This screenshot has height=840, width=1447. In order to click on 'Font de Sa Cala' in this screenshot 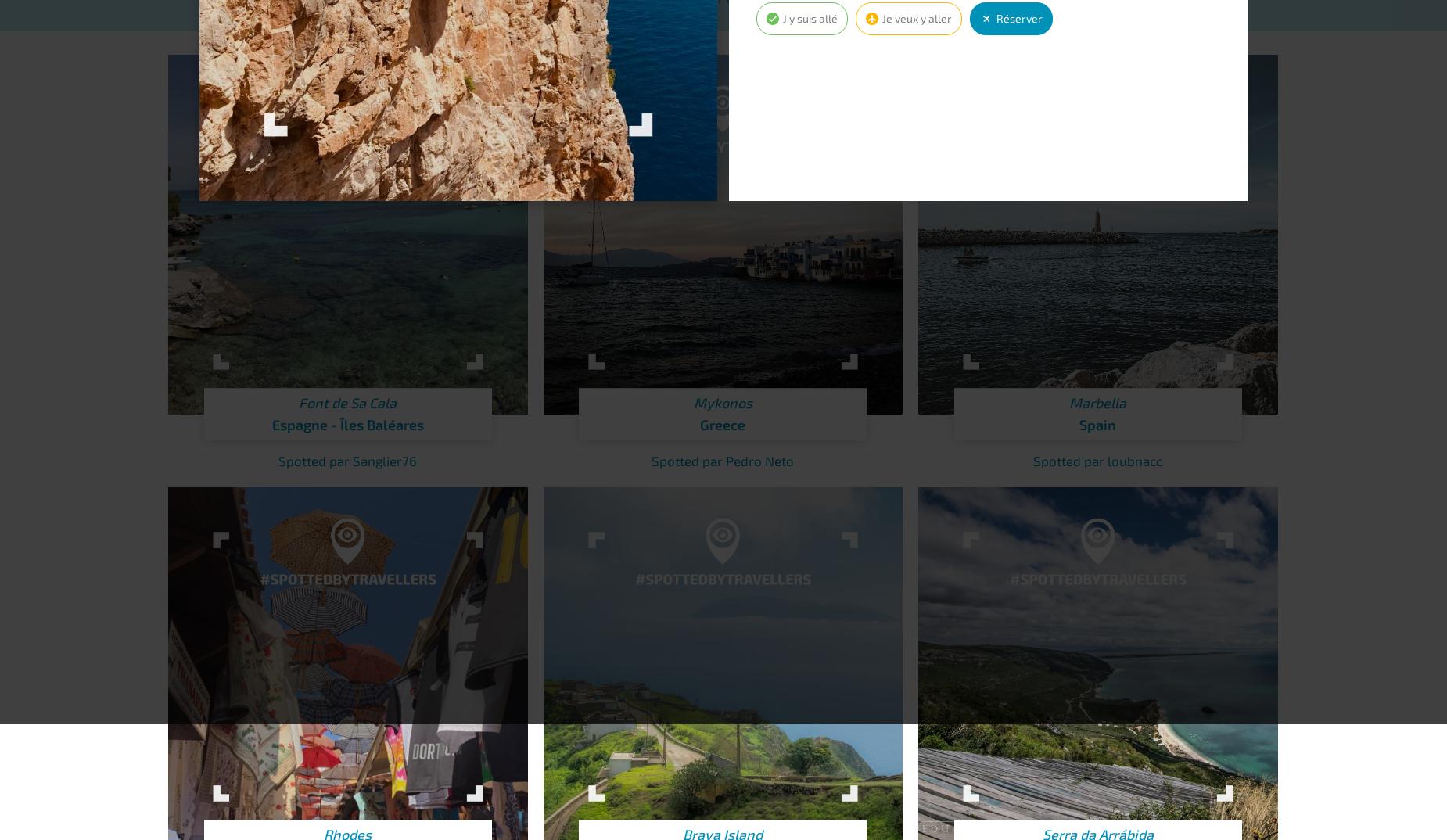, I will do `click(346, 402)`.